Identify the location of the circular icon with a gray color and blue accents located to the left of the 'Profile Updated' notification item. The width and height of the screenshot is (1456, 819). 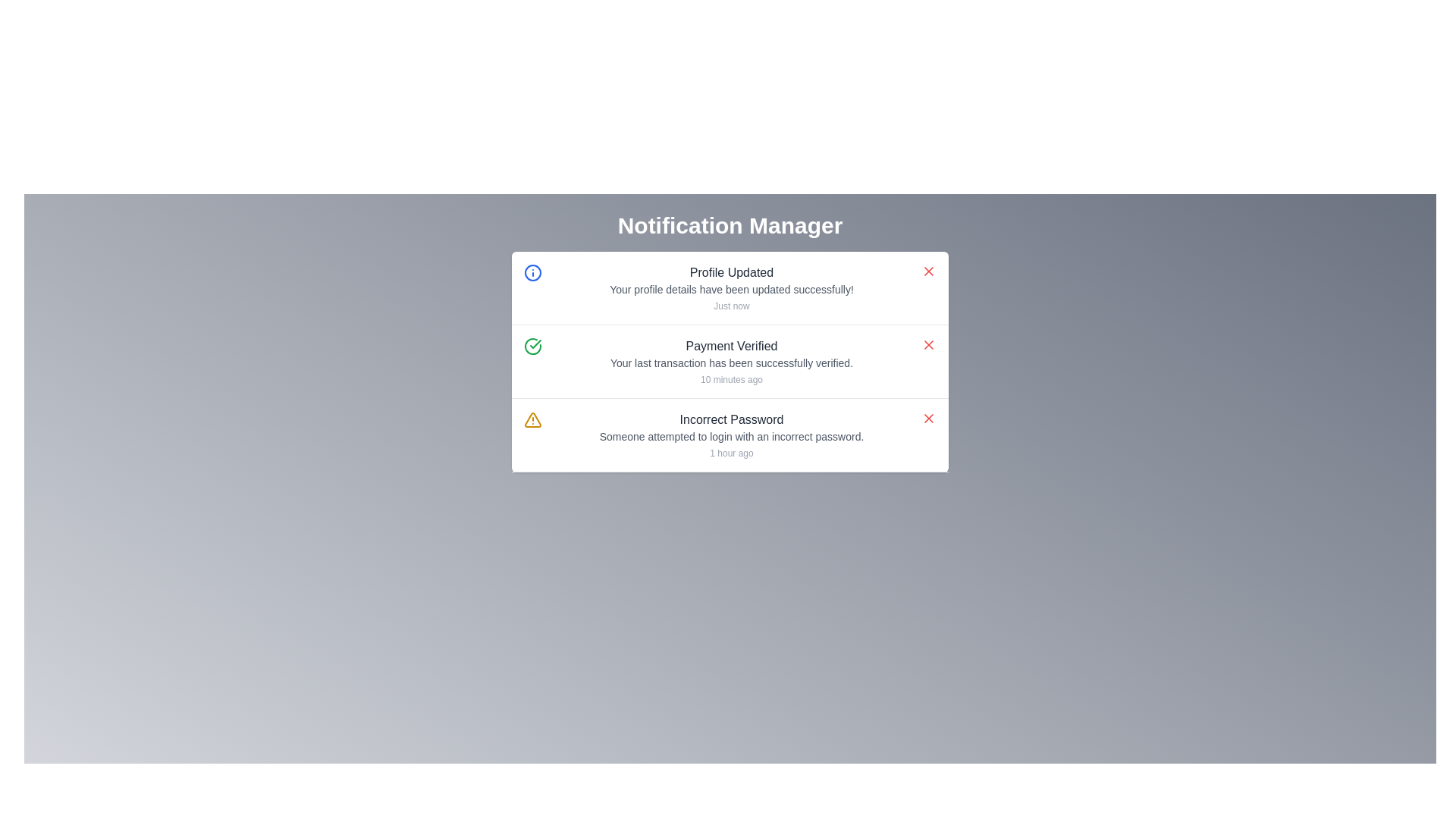
(532, 271).